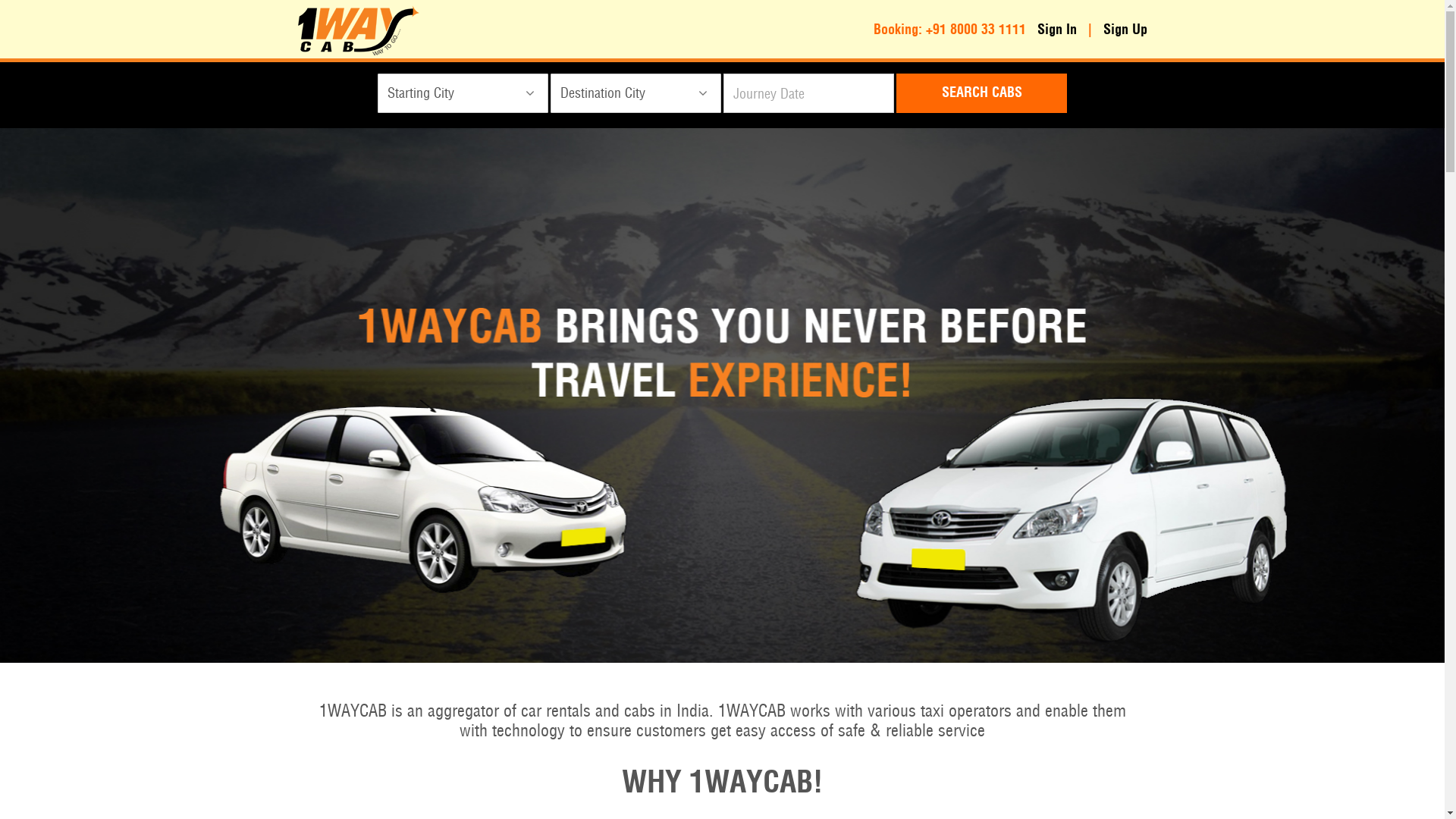 This screenshot has height=819, width=1456. I want to click on 'SEARCH CABS', so click(981, 93).